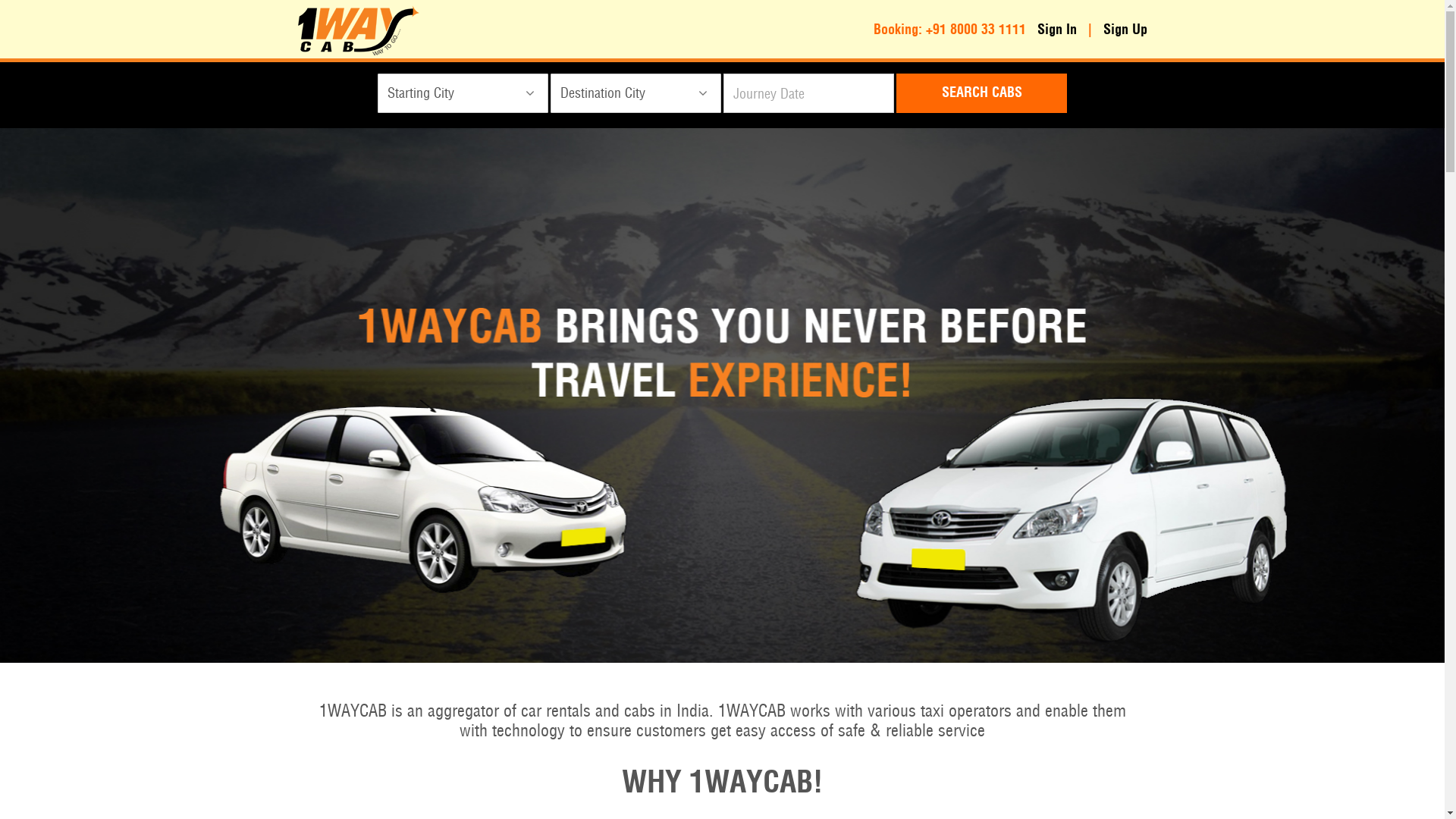 This screenshot has height=819, width=1456. I want to click on 'SEARCH CABS', so click(981, 93).